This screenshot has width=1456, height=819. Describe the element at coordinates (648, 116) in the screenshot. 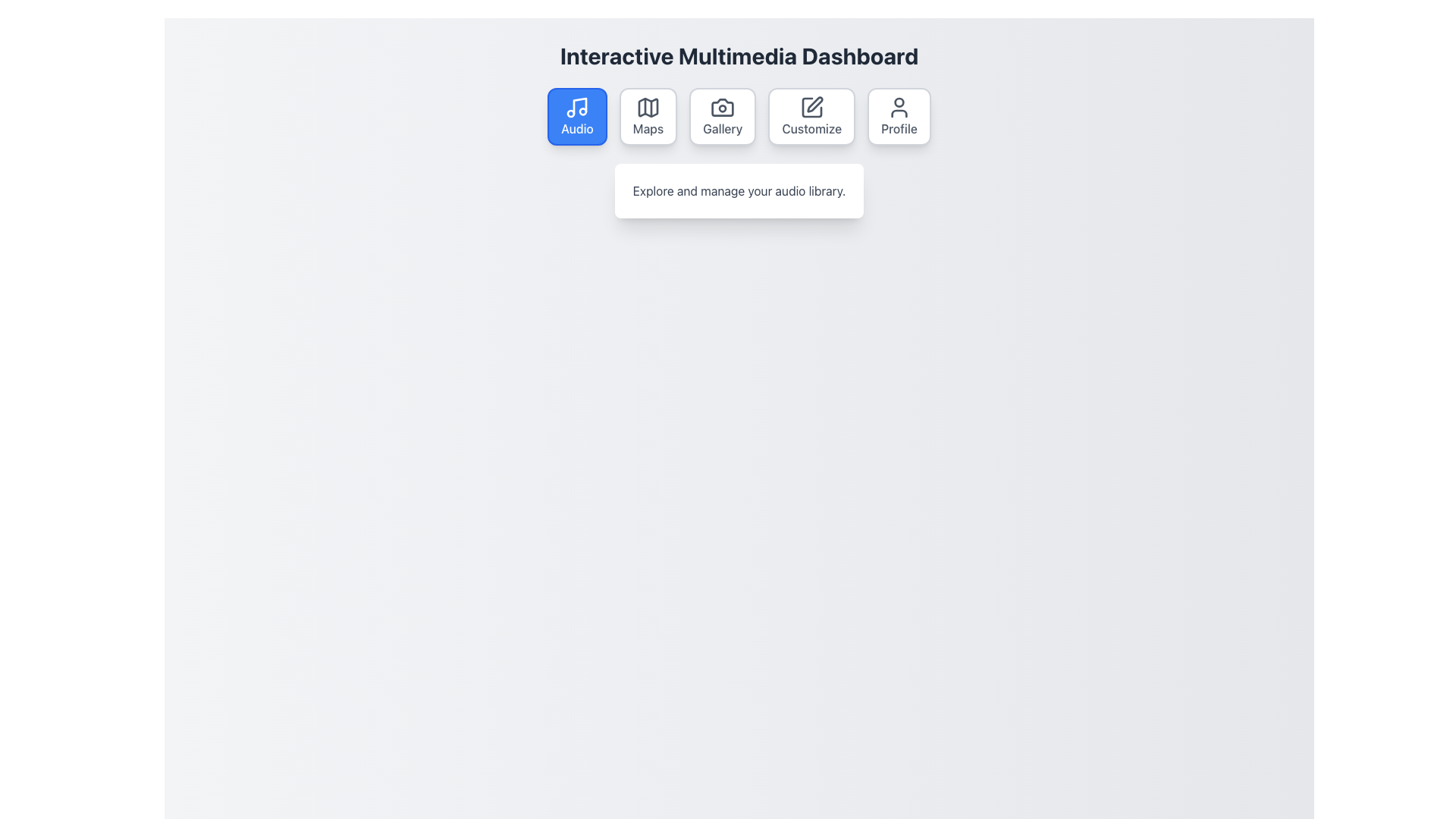

I see `the 'Maps' button, which is the second card from the left in the horizontal row of interactive cards beneath 'Interactive Multimedia Dashboard'. This button features a white background, light gray border, and contains a map icon above the text 'Maps'` at that location.